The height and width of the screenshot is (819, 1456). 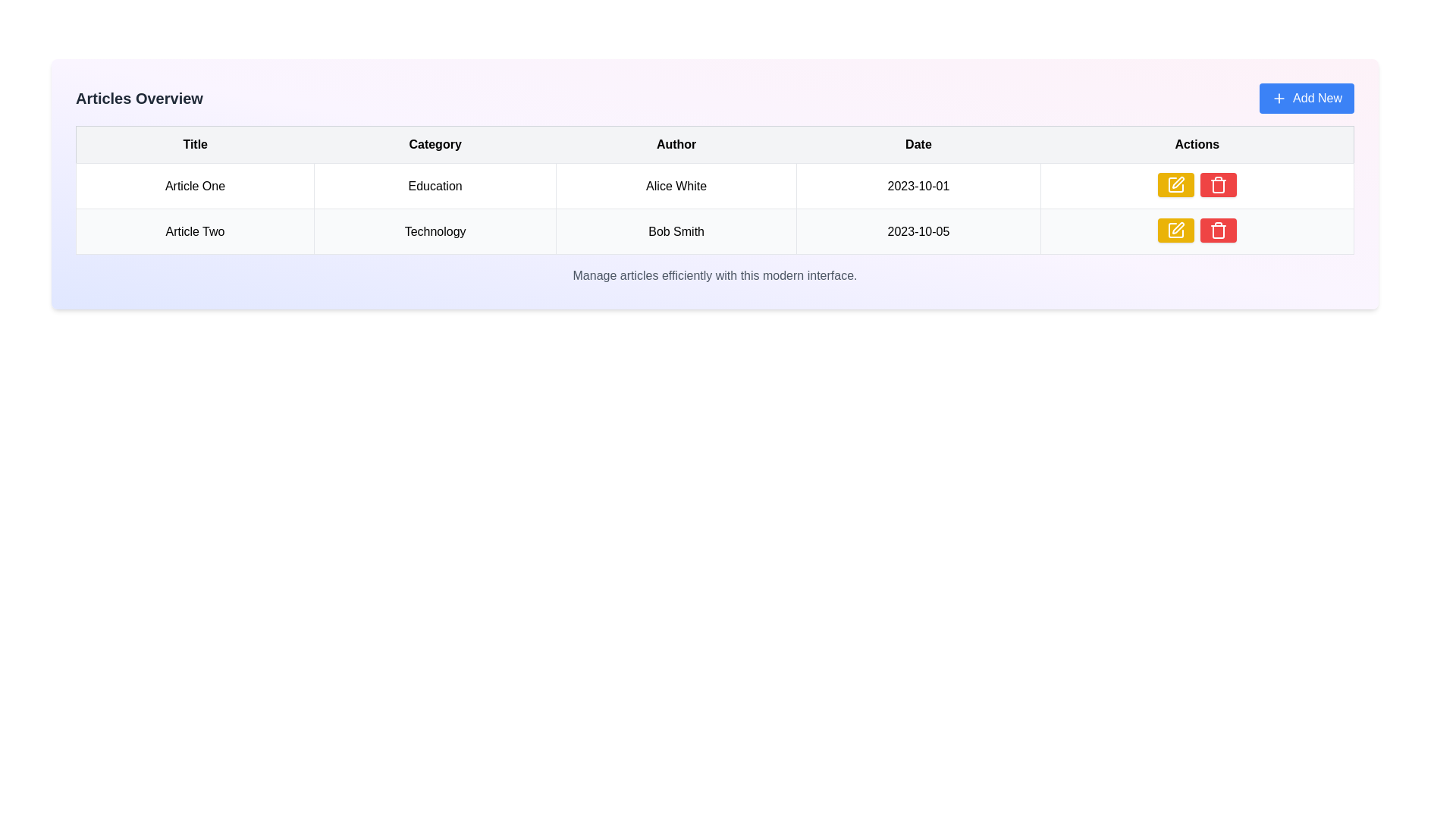 I want to click on the 'Add New' button with a blue background and white text for accessibility navigation, so click(x=1306, y=99).